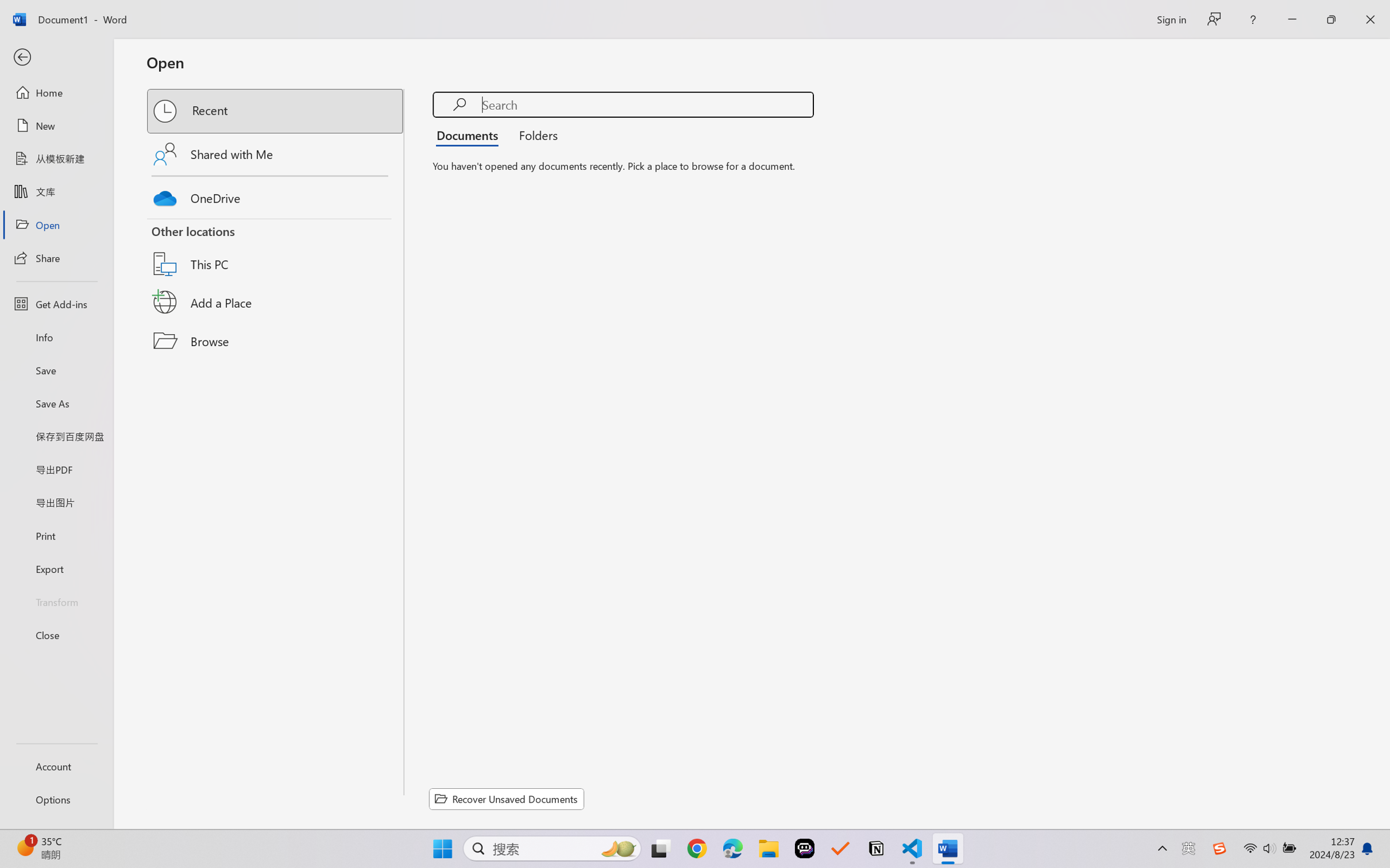 The height and width of the screenshot is (868, 1390). I want to click on 'Documents', so click(470, 134).